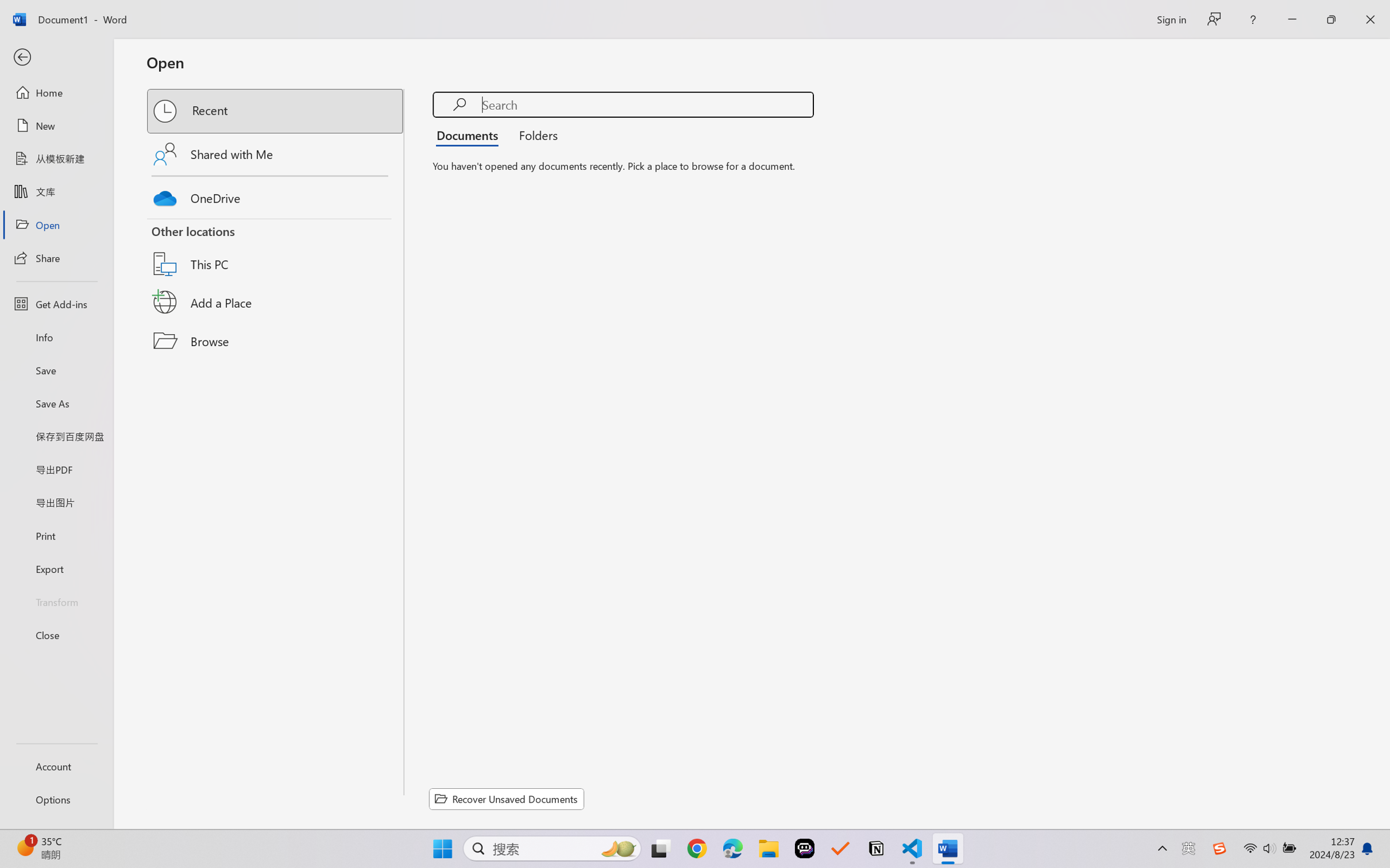 The height and width of the screenshot is (868, 1390). I want to click on 'Documents', so click(470, 134).